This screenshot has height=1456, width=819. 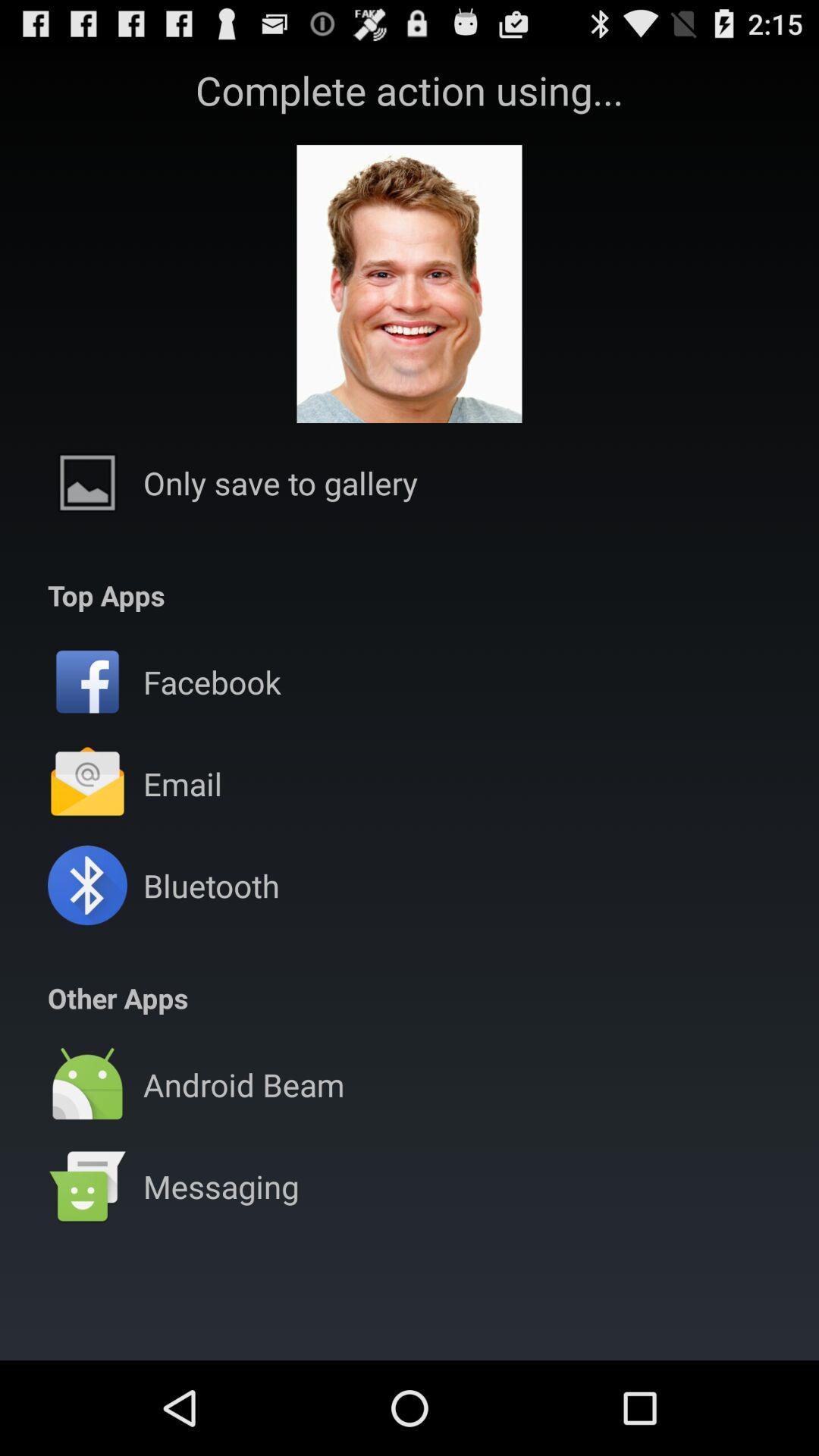 What do you see at coordinates (211, 885) in the screenshot?
I see `bluetooth icon` at bounding box center [211, 885].